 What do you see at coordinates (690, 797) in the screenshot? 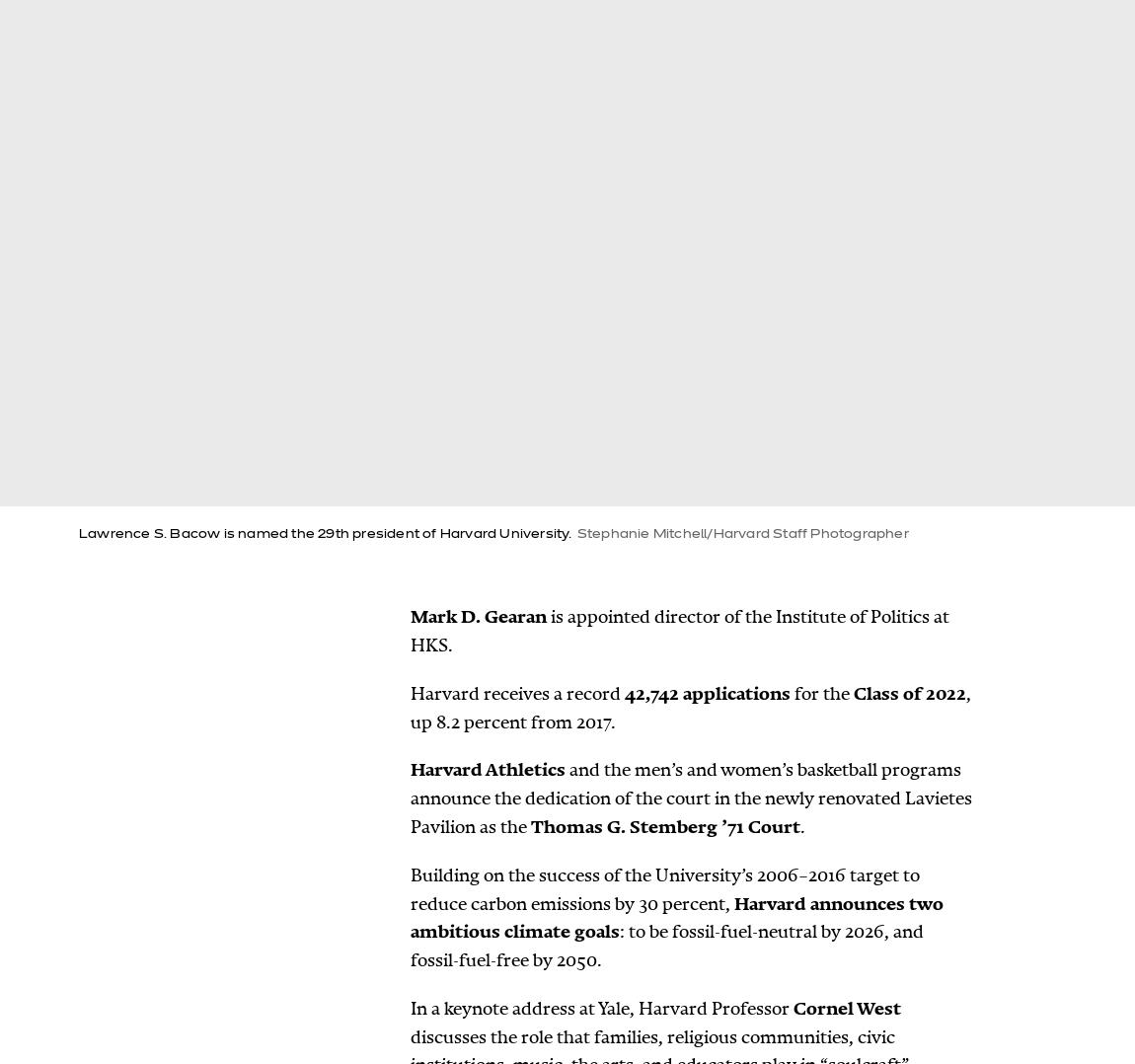
I see `'and the men’s and women’s basketball programs announce the dedication of the court in the newly renovated Lavietes Pavilion as the'` at bounding box center [690, 797].